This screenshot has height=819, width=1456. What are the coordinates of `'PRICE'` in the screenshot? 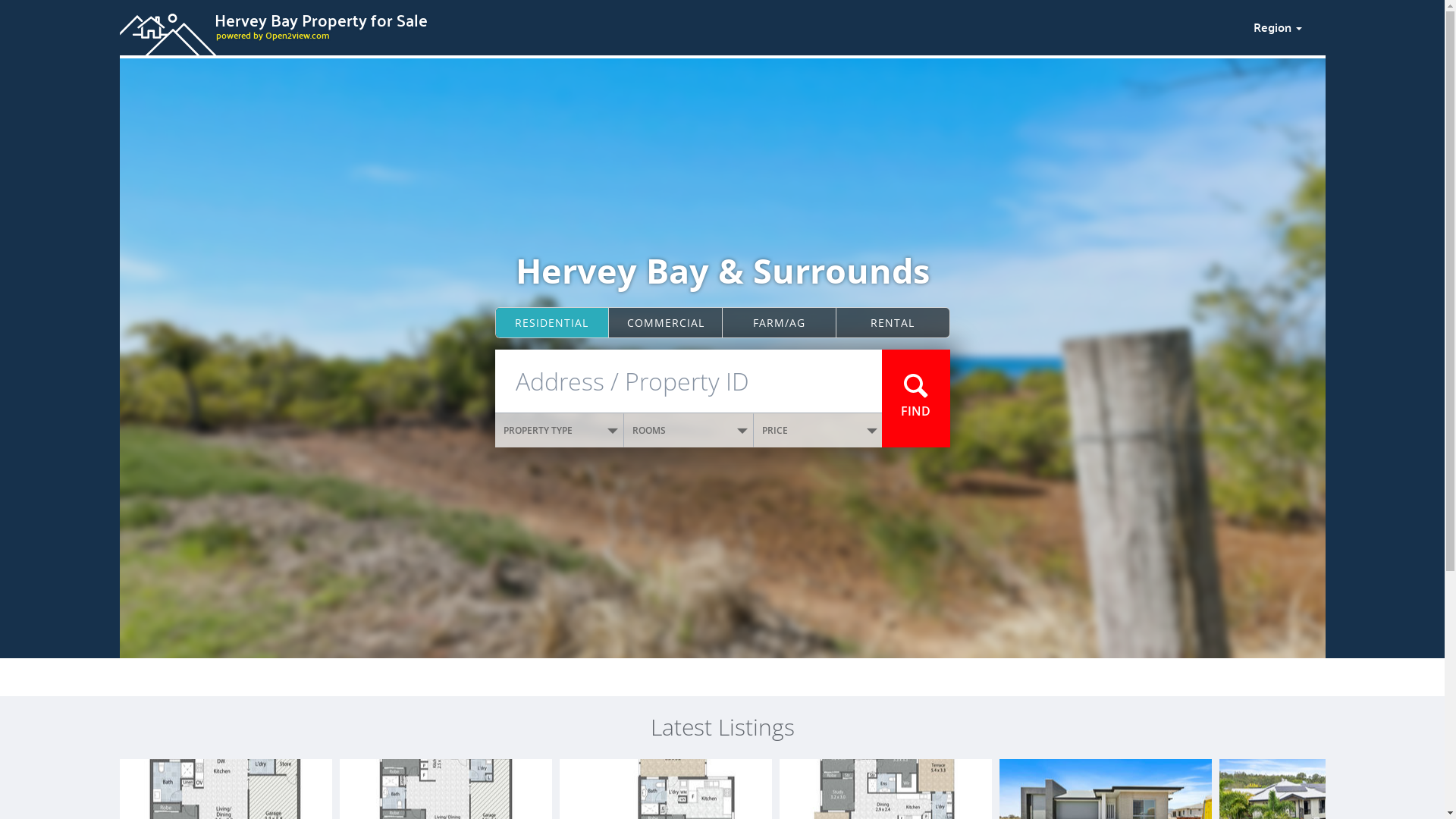 It's located at (817, 430).